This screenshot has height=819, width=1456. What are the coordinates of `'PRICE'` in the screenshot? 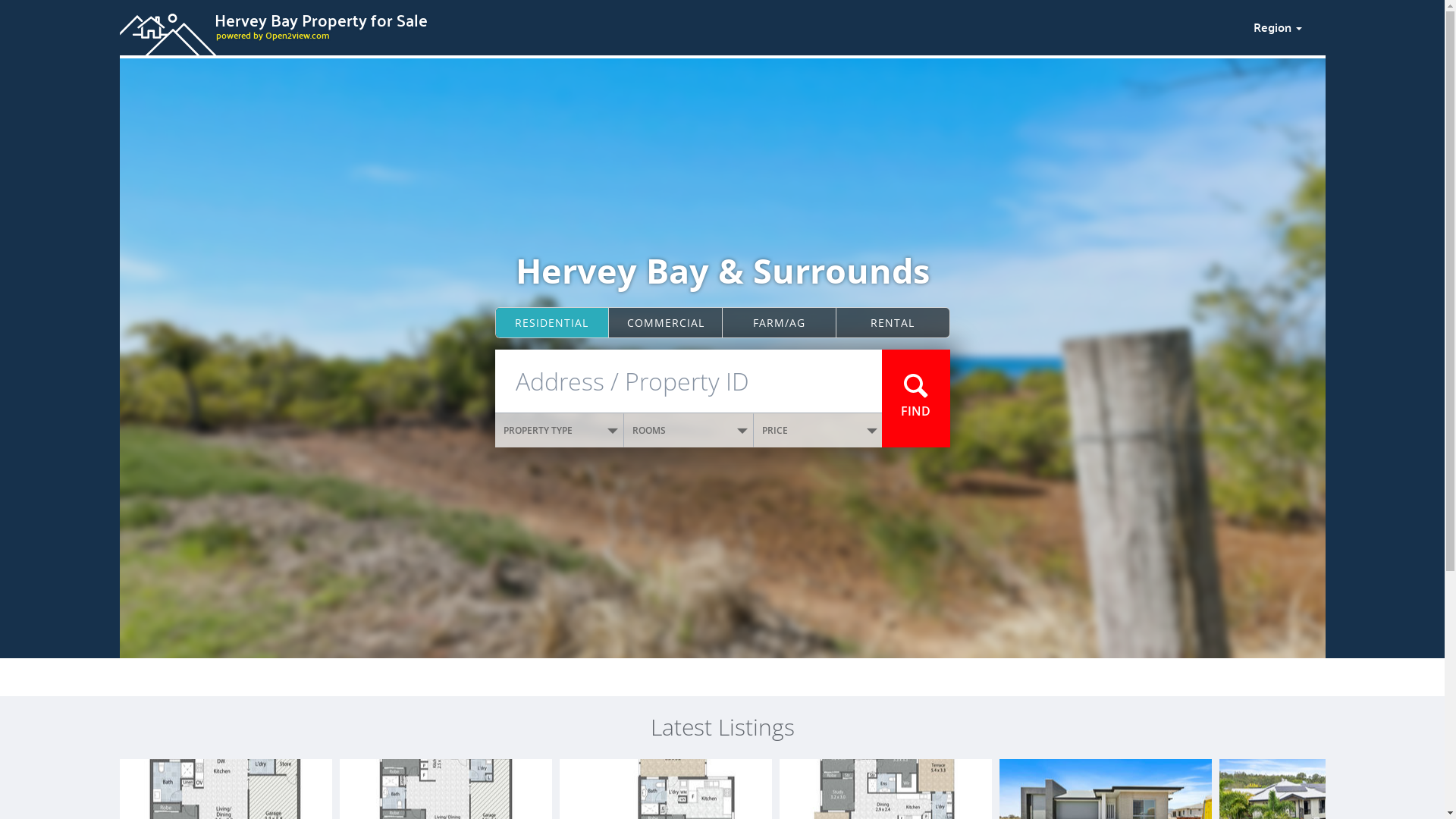 It's located at (817, 430).